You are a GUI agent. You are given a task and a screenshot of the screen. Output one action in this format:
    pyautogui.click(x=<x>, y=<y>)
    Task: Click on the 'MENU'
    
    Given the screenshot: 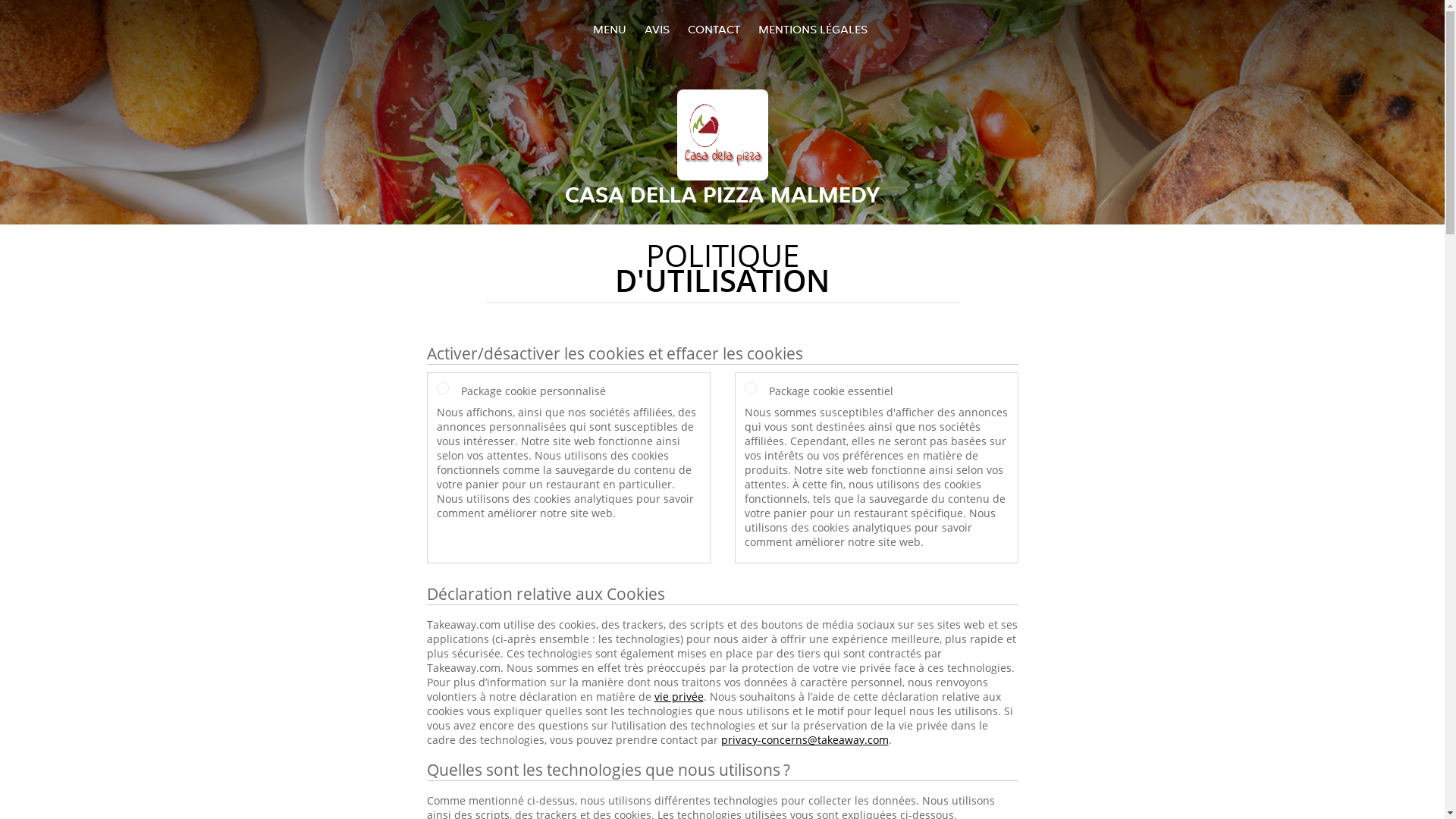 What is the action you would take?
    pyautogui.click(x=610, y=29)
    